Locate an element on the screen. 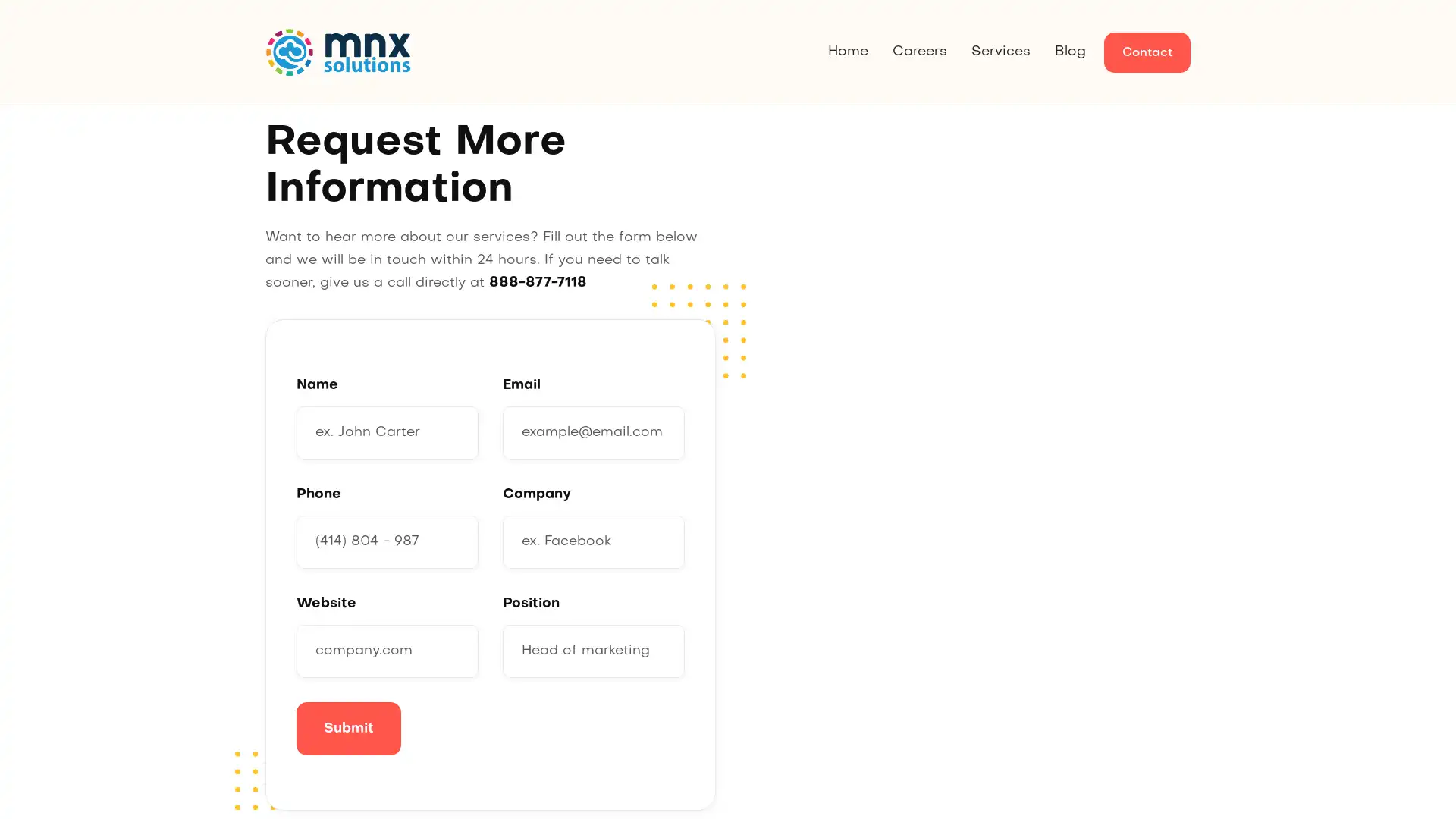 Image resolution: width=1456 pixels, height=819 pixels. Submit is located at coordinates (348, 727).